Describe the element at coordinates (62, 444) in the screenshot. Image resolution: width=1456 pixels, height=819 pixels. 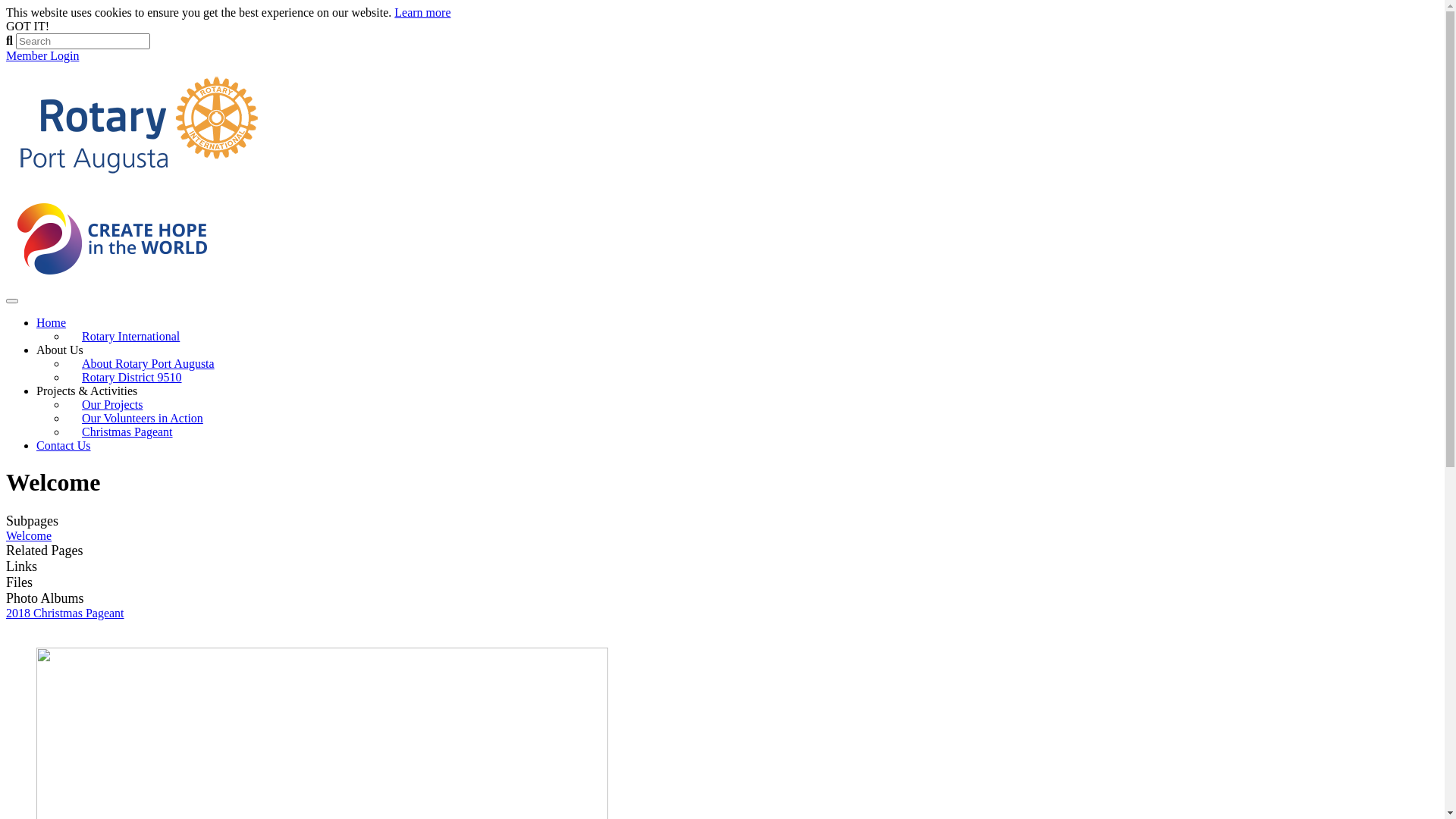
I see `'Contact Us'` at that location.